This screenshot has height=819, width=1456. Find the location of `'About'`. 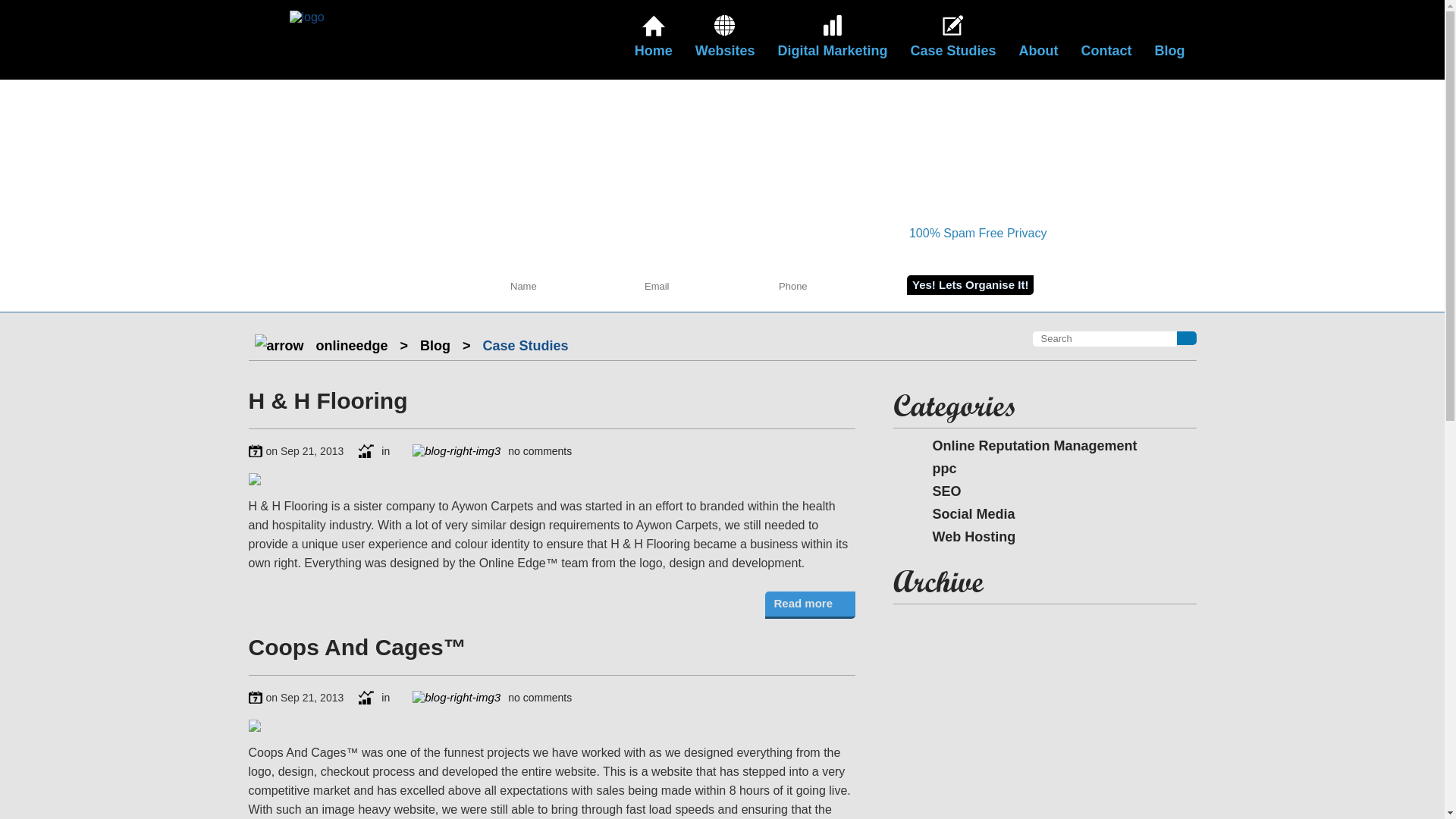

'About' is located at coordinates (1037, 39).